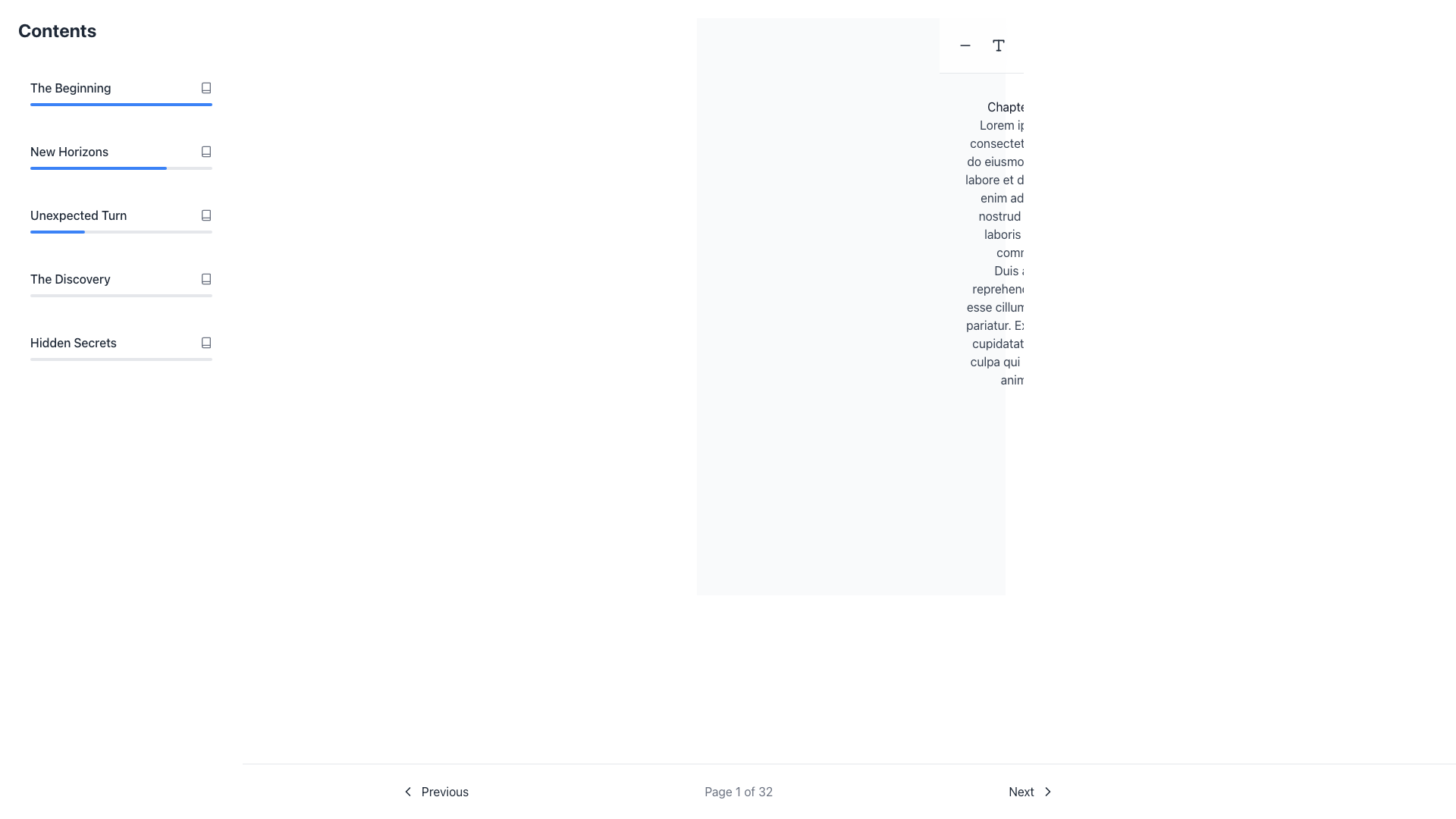 The width and height of the screenshot is (1456, 819). What do you see at coordinates (964, 45) in the screenshot?
I see `the subtract icon located in the top-left corner of the main content area, which is part of a rounded button next to a title heading` at bounding box center [964, 45].